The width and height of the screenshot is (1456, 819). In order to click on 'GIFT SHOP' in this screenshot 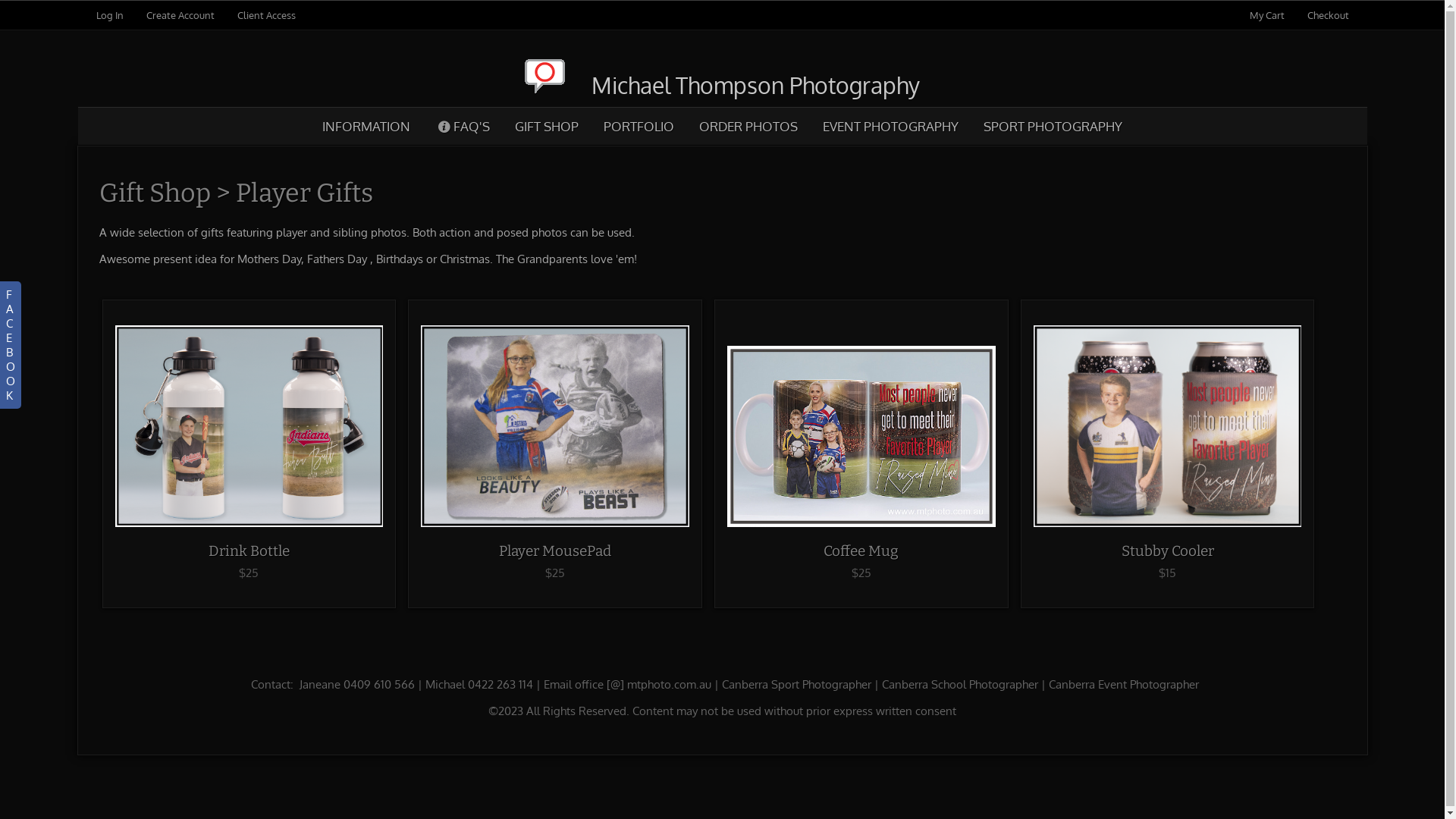, I will do `click(546, 125)`.